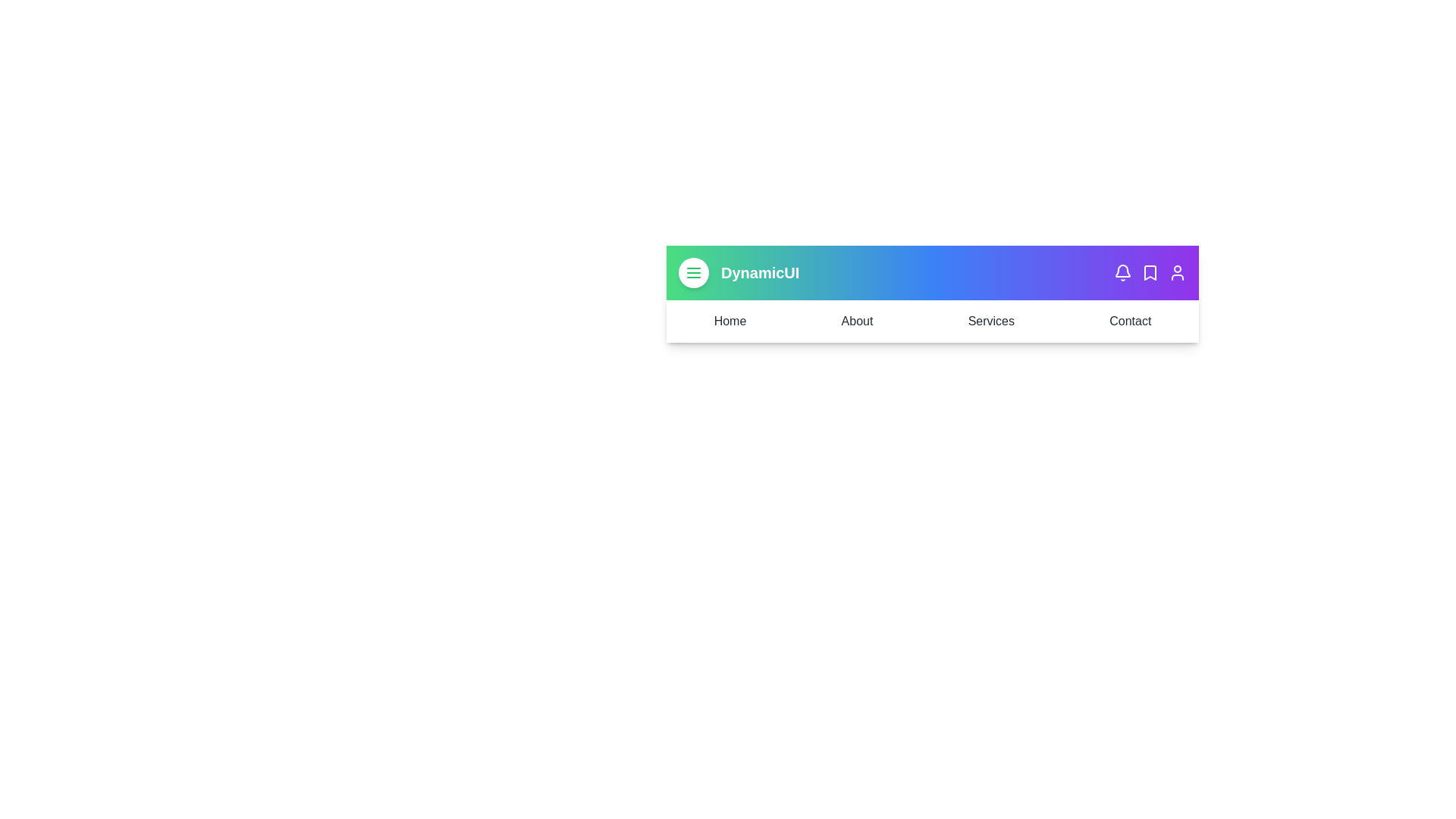 The width and height of the screenshot is (1456, 819). I want to click on the menu link labeled About, so click(857, 321).